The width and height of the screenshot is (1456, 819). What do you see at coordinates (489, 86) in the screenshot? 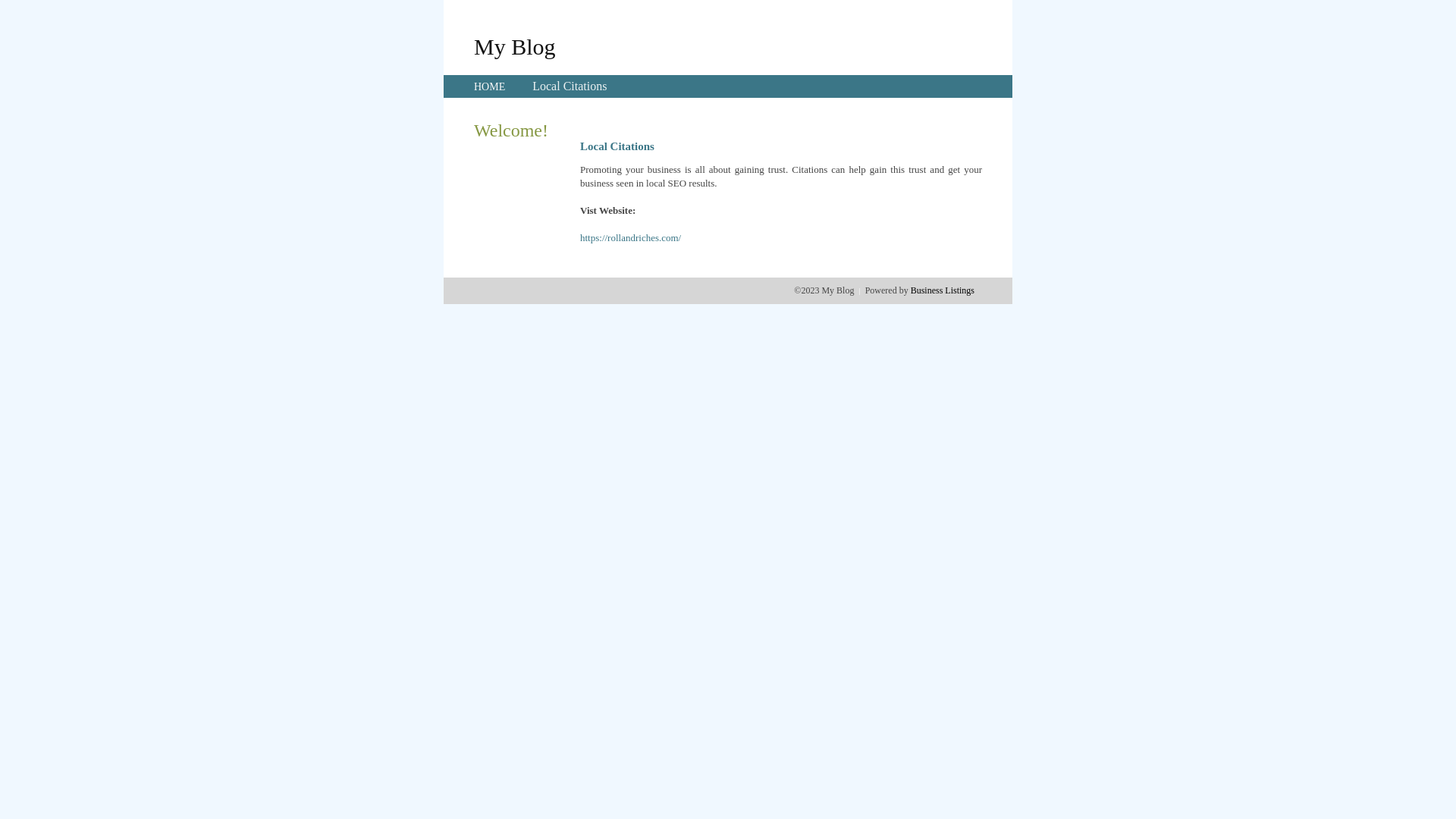
I see `'HOME'` at bounding box center [489, 86].